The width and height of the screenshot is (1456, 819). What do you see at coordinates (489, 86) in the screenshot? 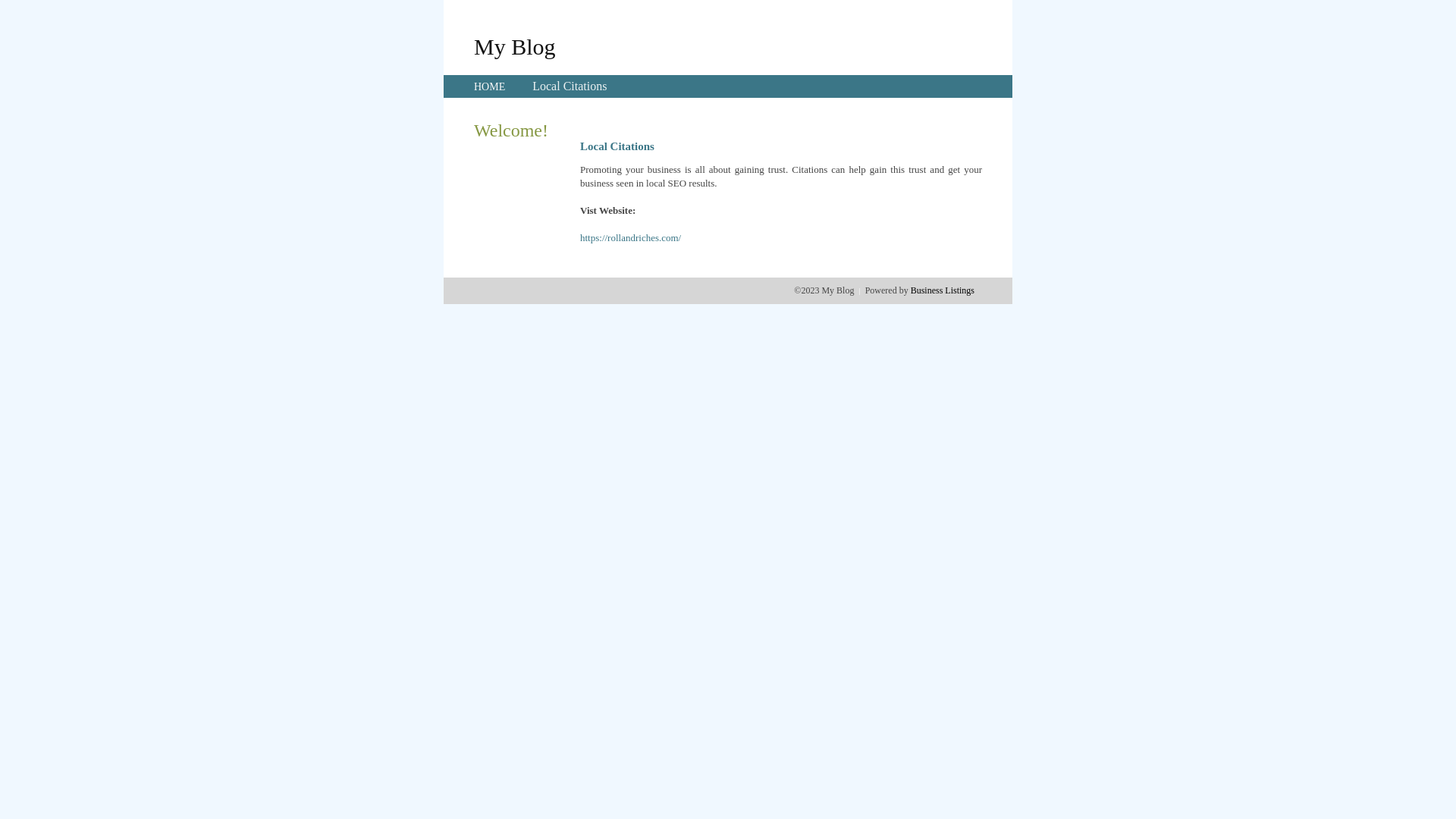
I see `'HOME'` at bounding box center [489, 86].